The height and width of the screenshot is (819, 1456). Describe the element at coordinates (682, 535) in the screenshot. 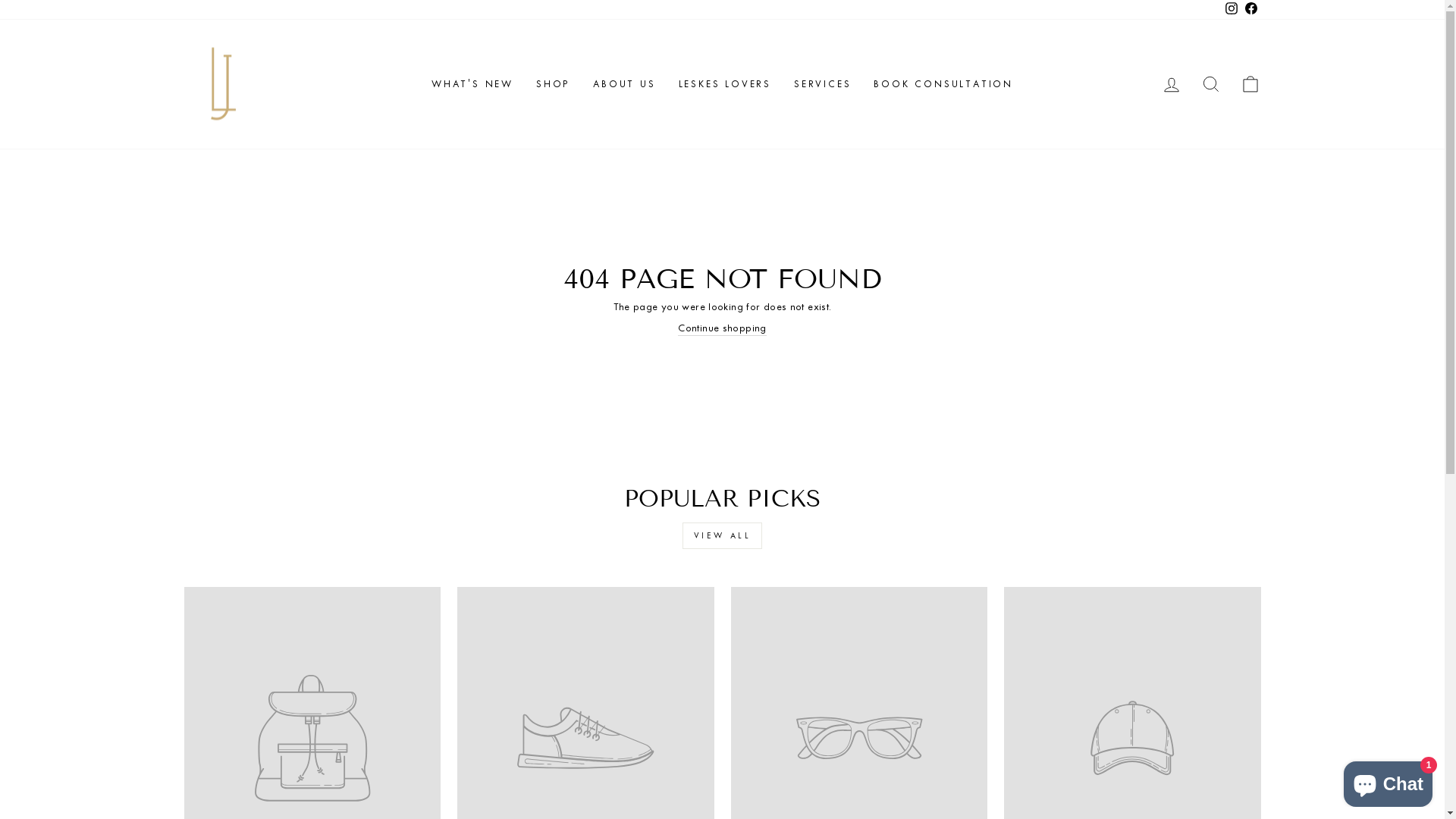

I see `'VIEW ALL'` at that location.